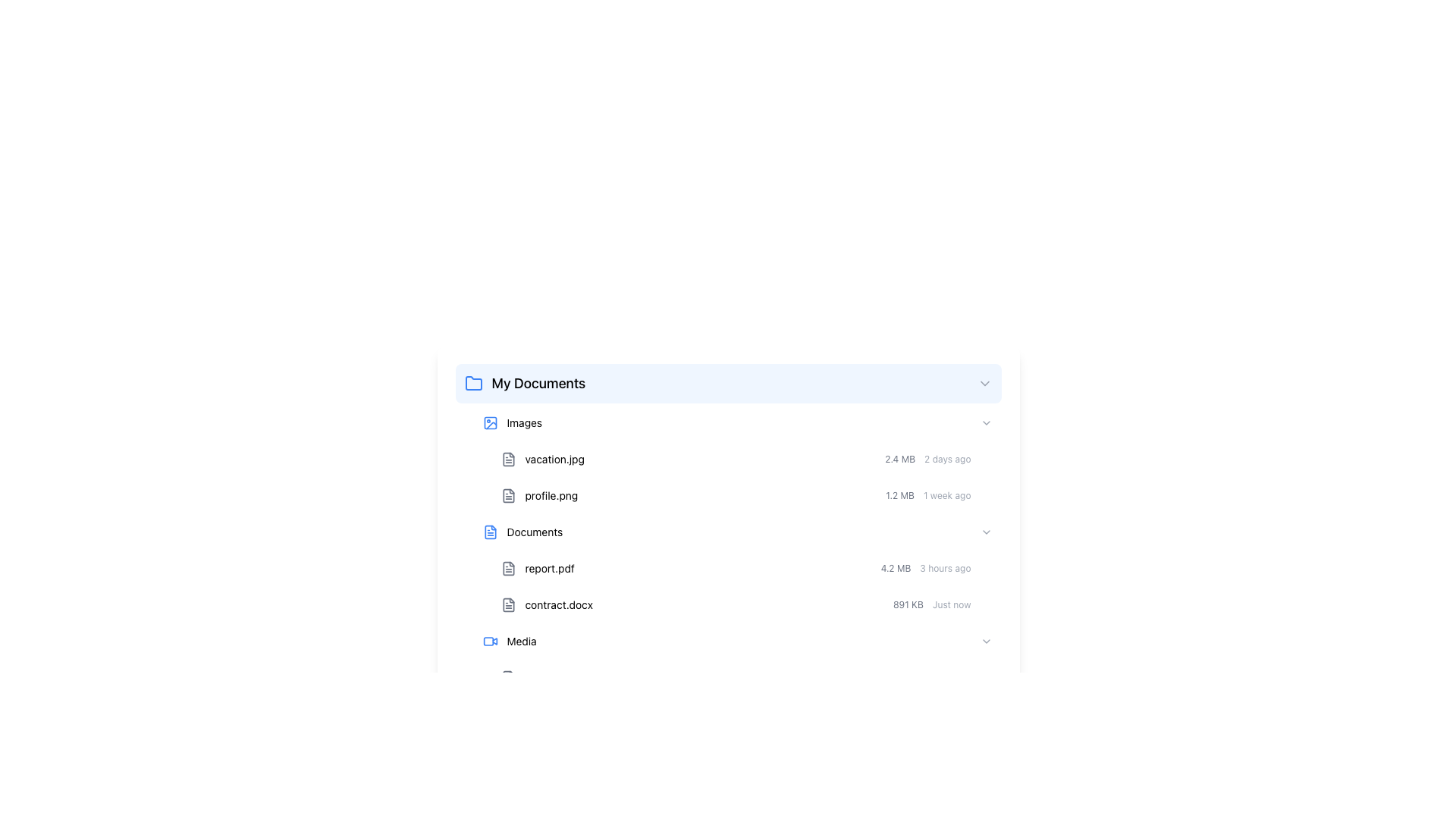 The height and width of the screenshot is (819, 1456). Describe the element at coordinates (951, 604) in the screenshot. I see `displayed timestamp information from the Text label indicating the recency of the associated file, which is located to the right of the '891 KB' text label and just left of the download icon` at that location.